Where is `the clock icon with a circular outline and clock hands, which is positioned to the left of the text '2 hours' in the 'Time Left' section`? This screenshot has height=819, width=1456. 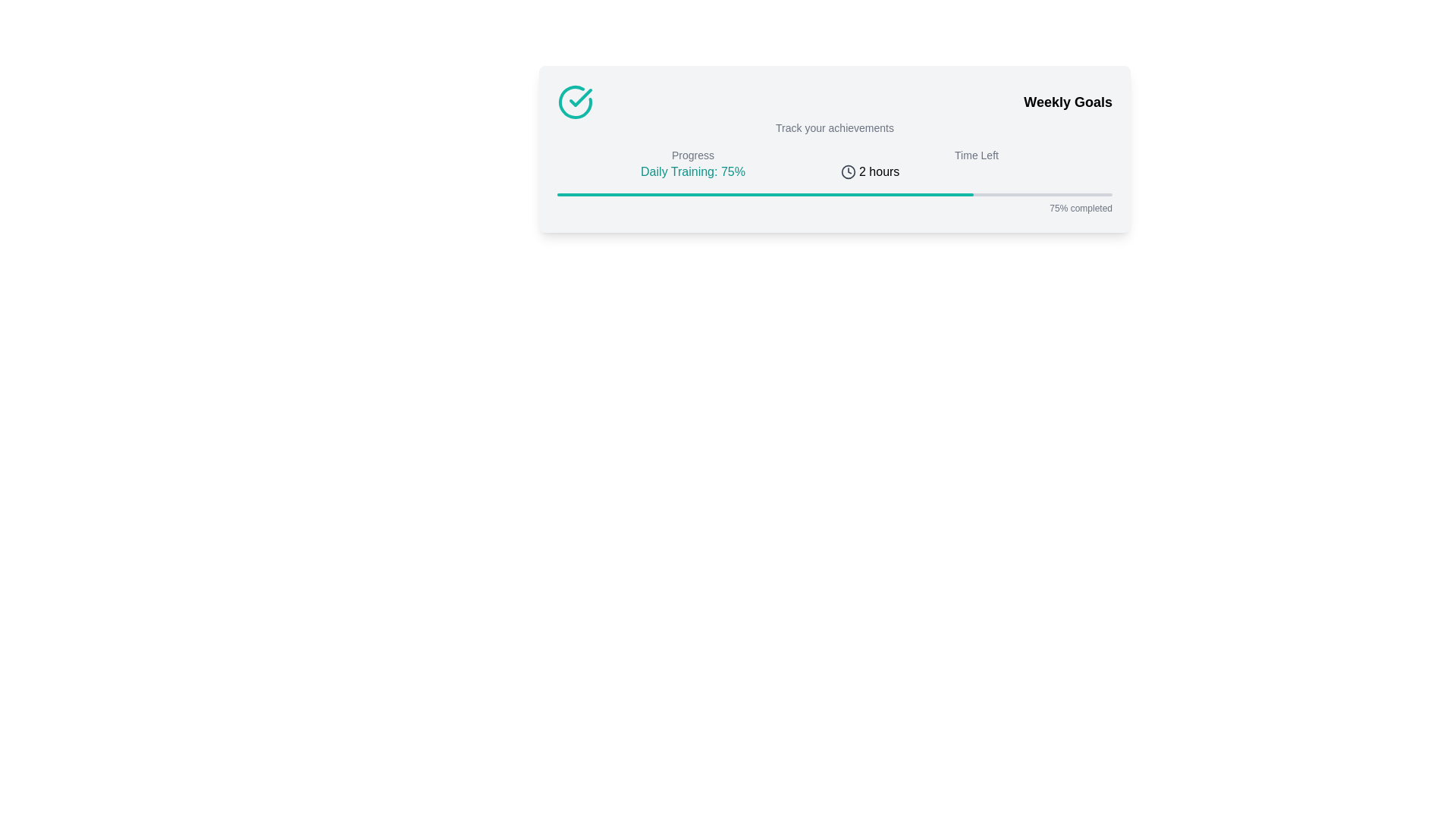
the clock icon with a circular outline and clock hands, which is positioned to the left of the text '2 hours' in the 'Time Left' section is located at coordinates (847, 171).